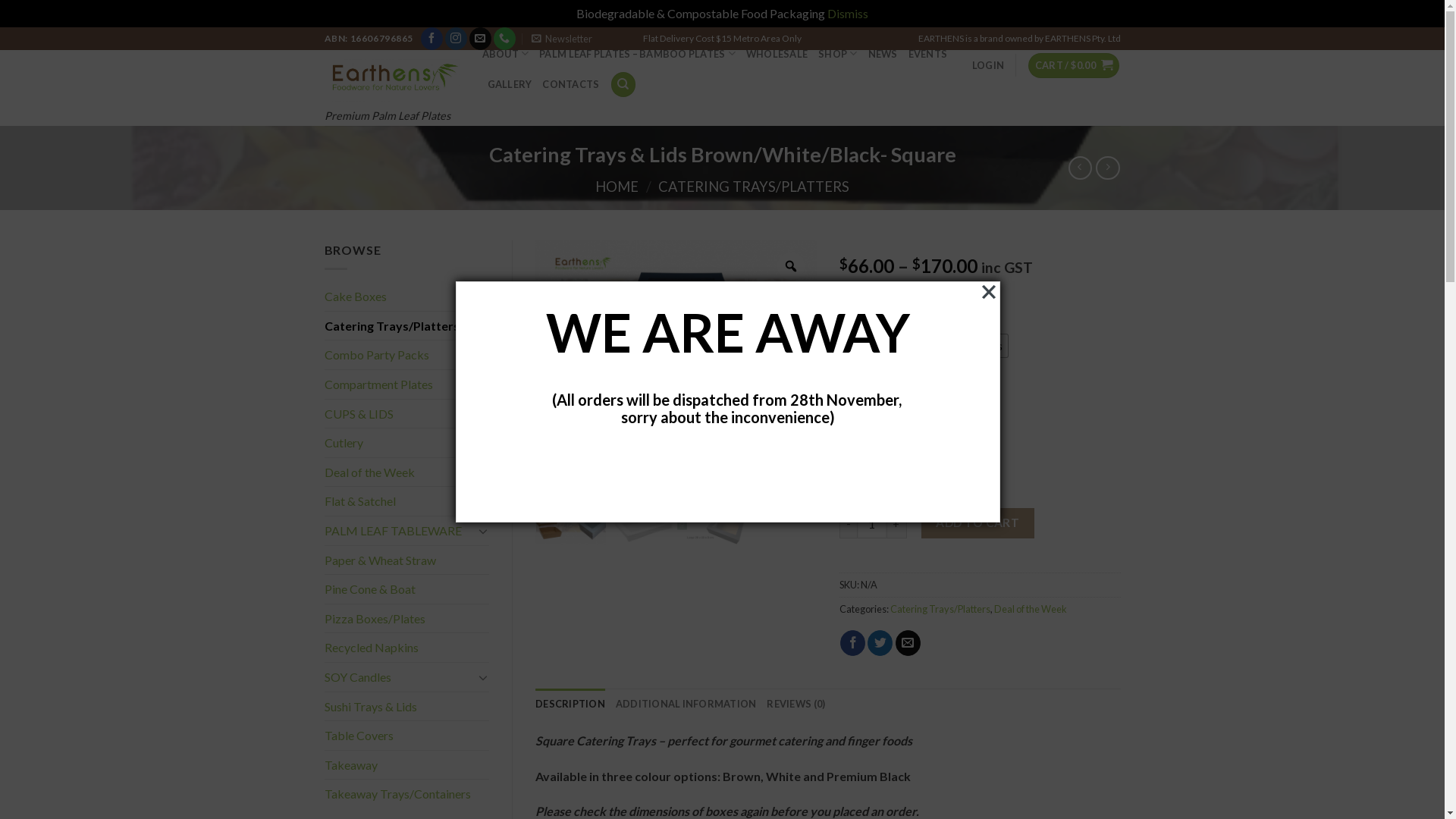  Describe the element at coordinates (407, 354) in the screenshot. I see `'Combo Party Packs'` at that location.